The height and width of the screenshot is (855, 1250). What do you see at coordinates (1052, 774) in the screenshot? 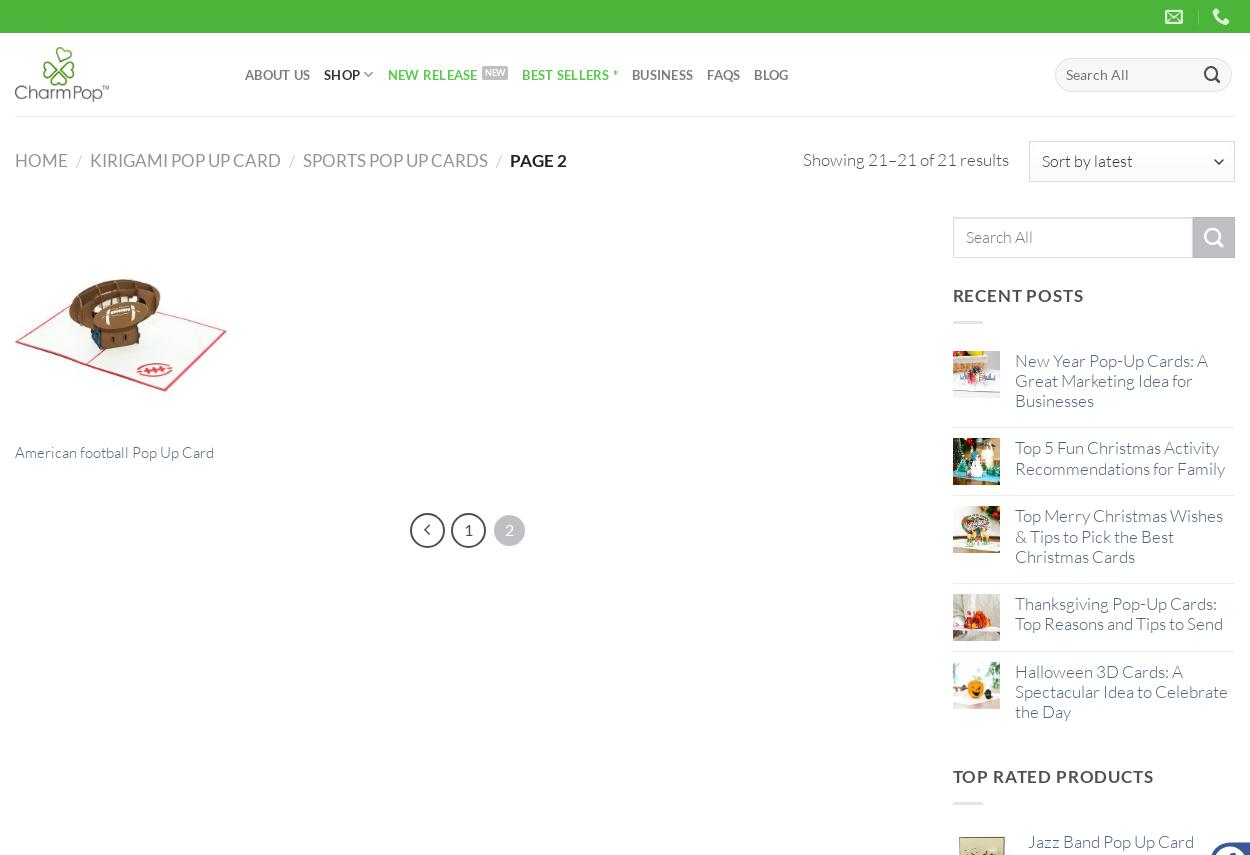
I see `'Top Rated Products'` at bounding box center [1052, 774].